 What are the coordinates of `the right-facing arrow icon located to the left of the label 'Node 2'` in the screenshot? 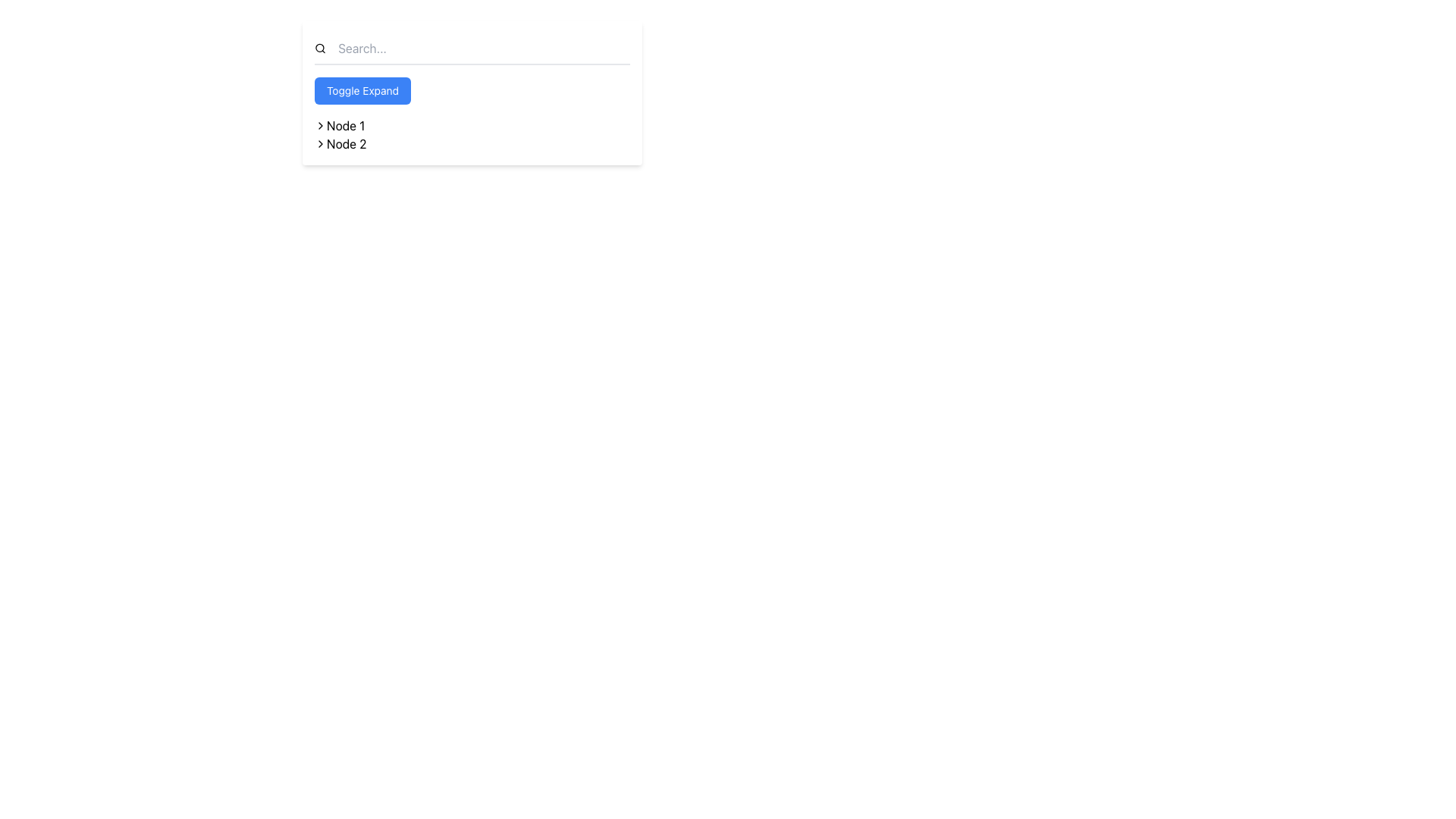 It's located at (319, 143).